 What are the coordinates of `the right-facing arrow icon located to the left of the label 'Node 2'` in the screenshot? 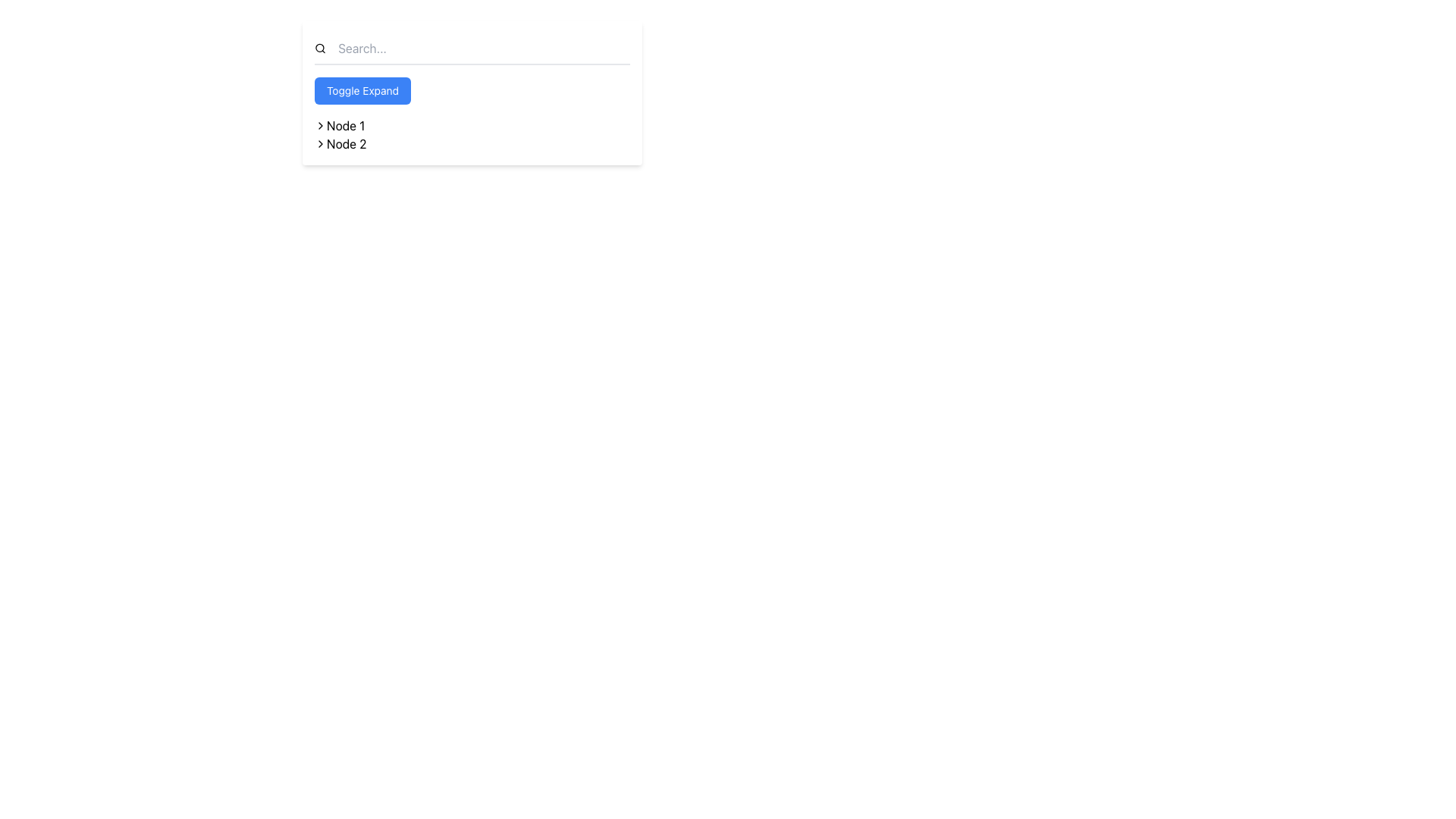 It's located at (319, 143).